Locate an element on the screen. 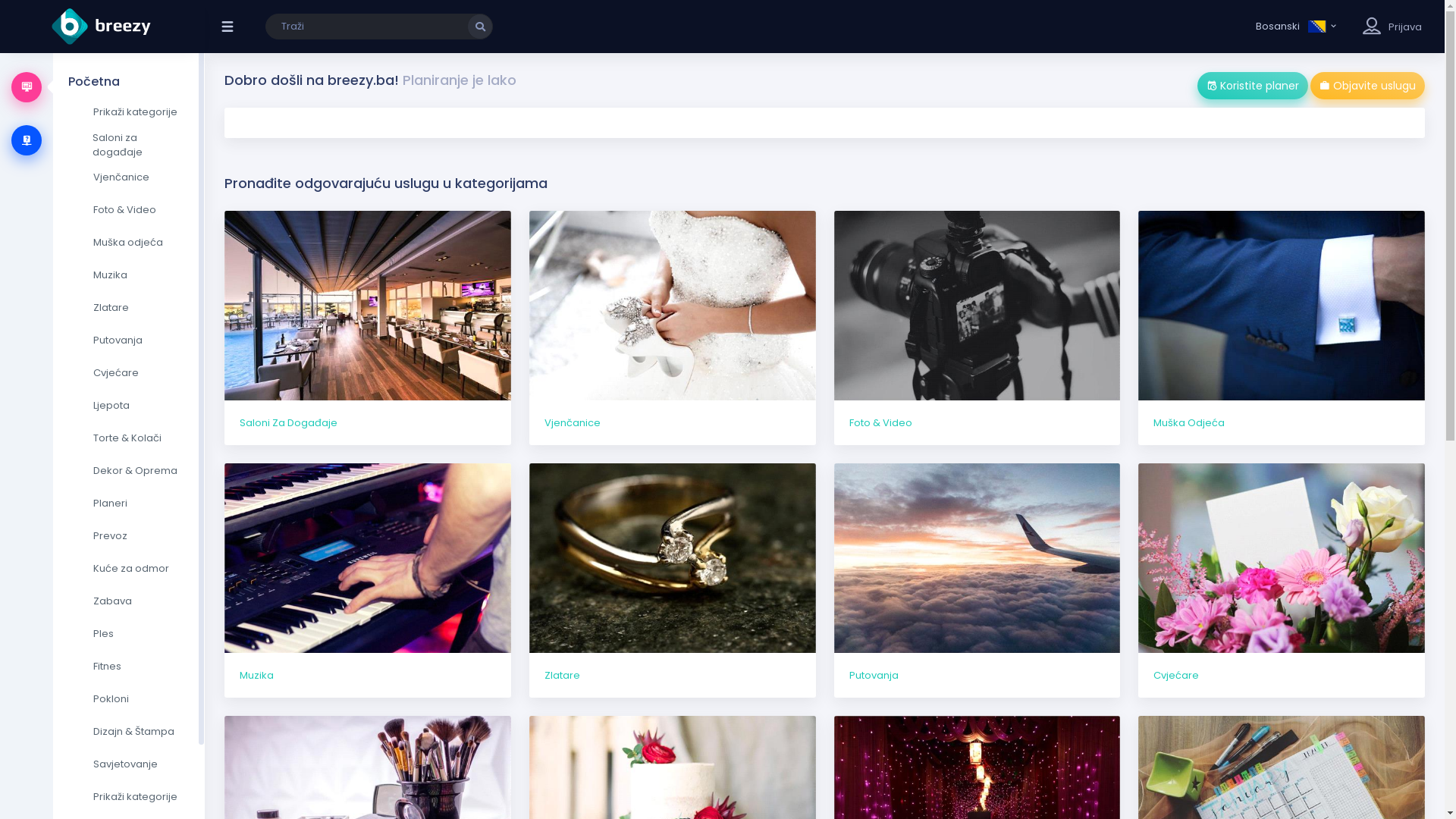 This screenshot has width=1456, height=819. 'Dekor & Oprema' is located at coordinates (67, 470).